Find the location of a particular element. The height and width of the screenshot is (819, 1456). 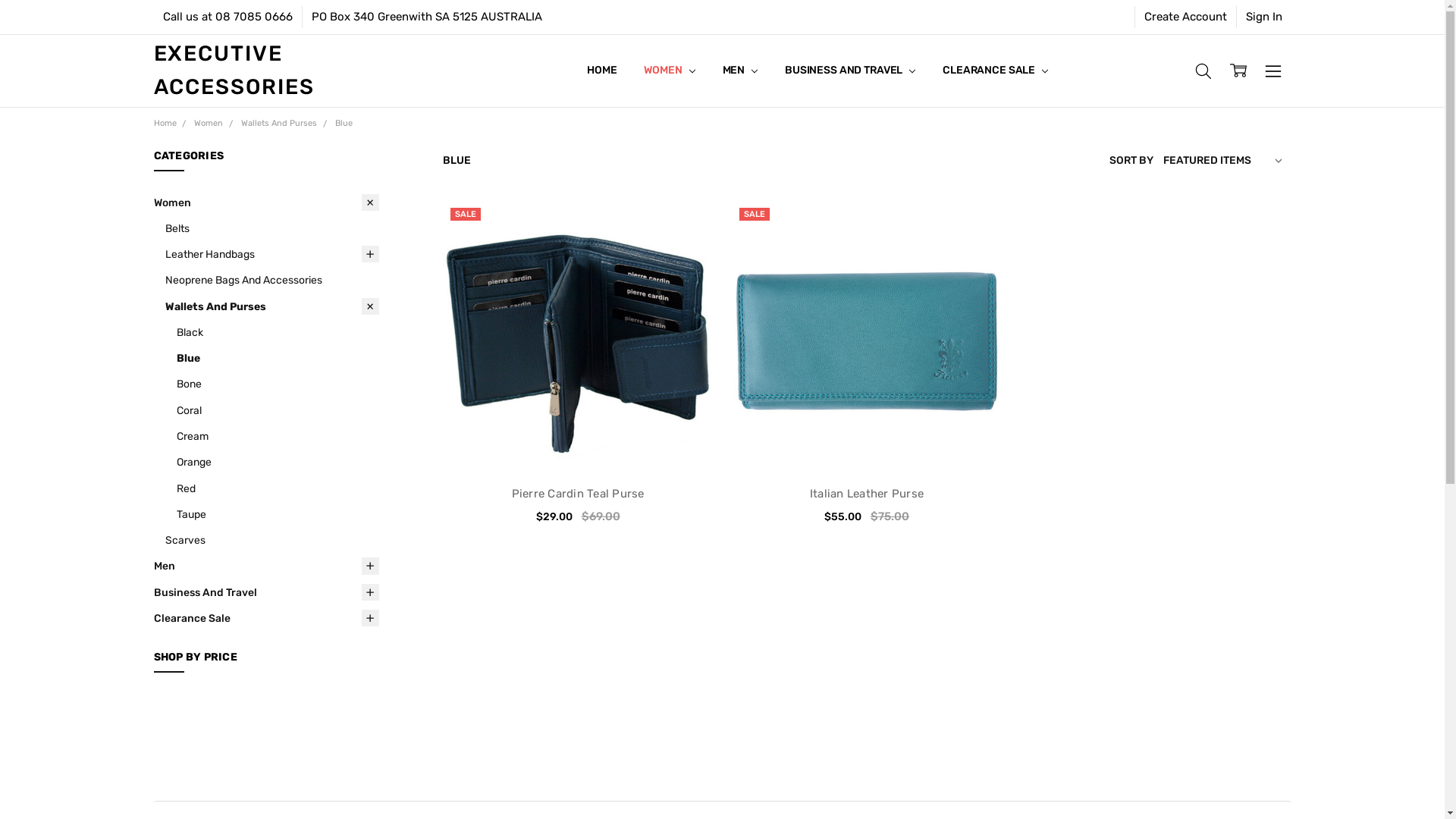

'Leather Handbags' is located at coordinates (272, 253).